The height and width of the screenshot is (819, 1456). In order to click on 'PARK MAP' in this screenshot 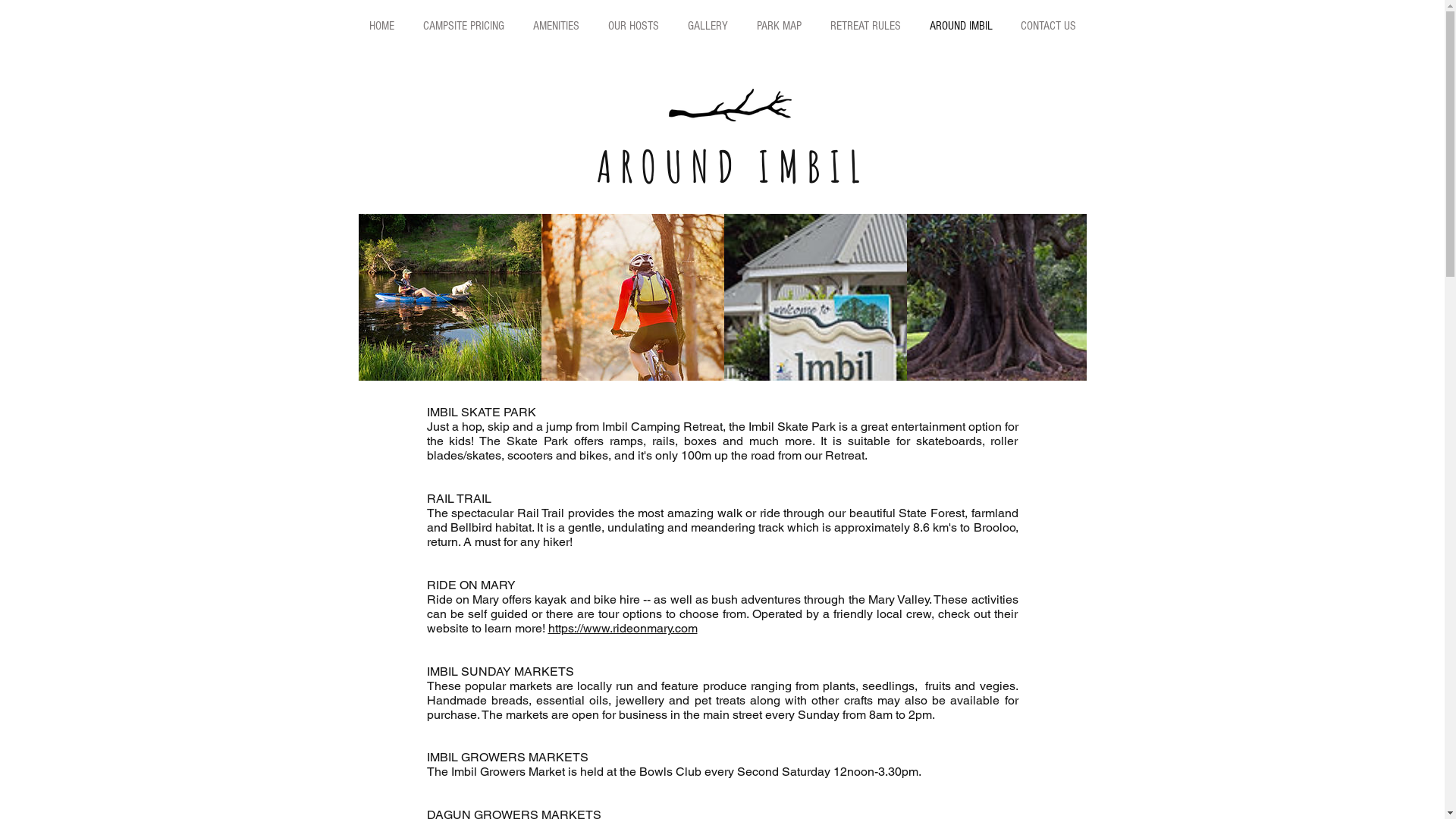, I will do `click(778, 26)`.